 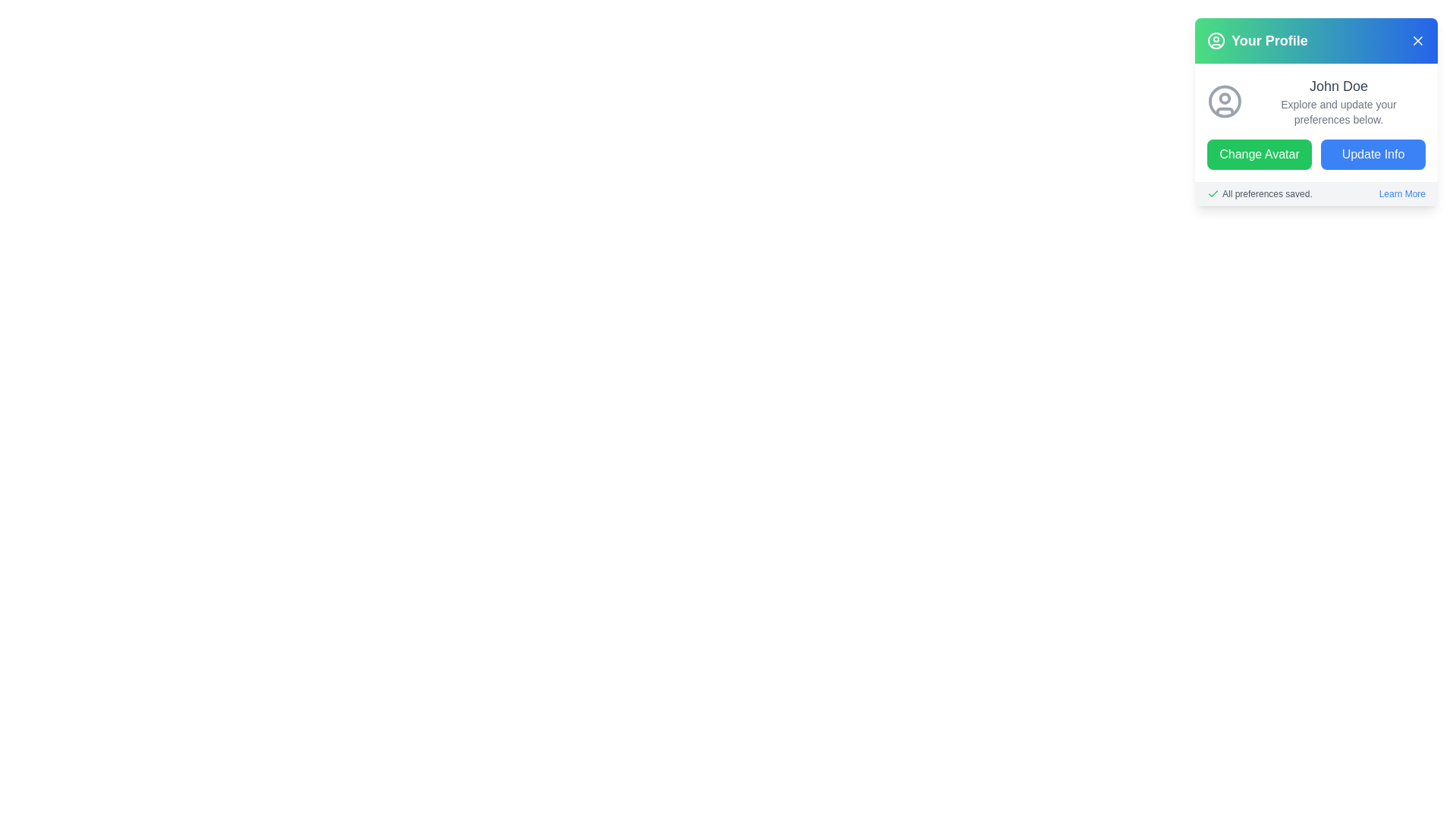 I want to click on the small green checkmark icon located at the start of the notification bar, so click(x=1212, y=193).